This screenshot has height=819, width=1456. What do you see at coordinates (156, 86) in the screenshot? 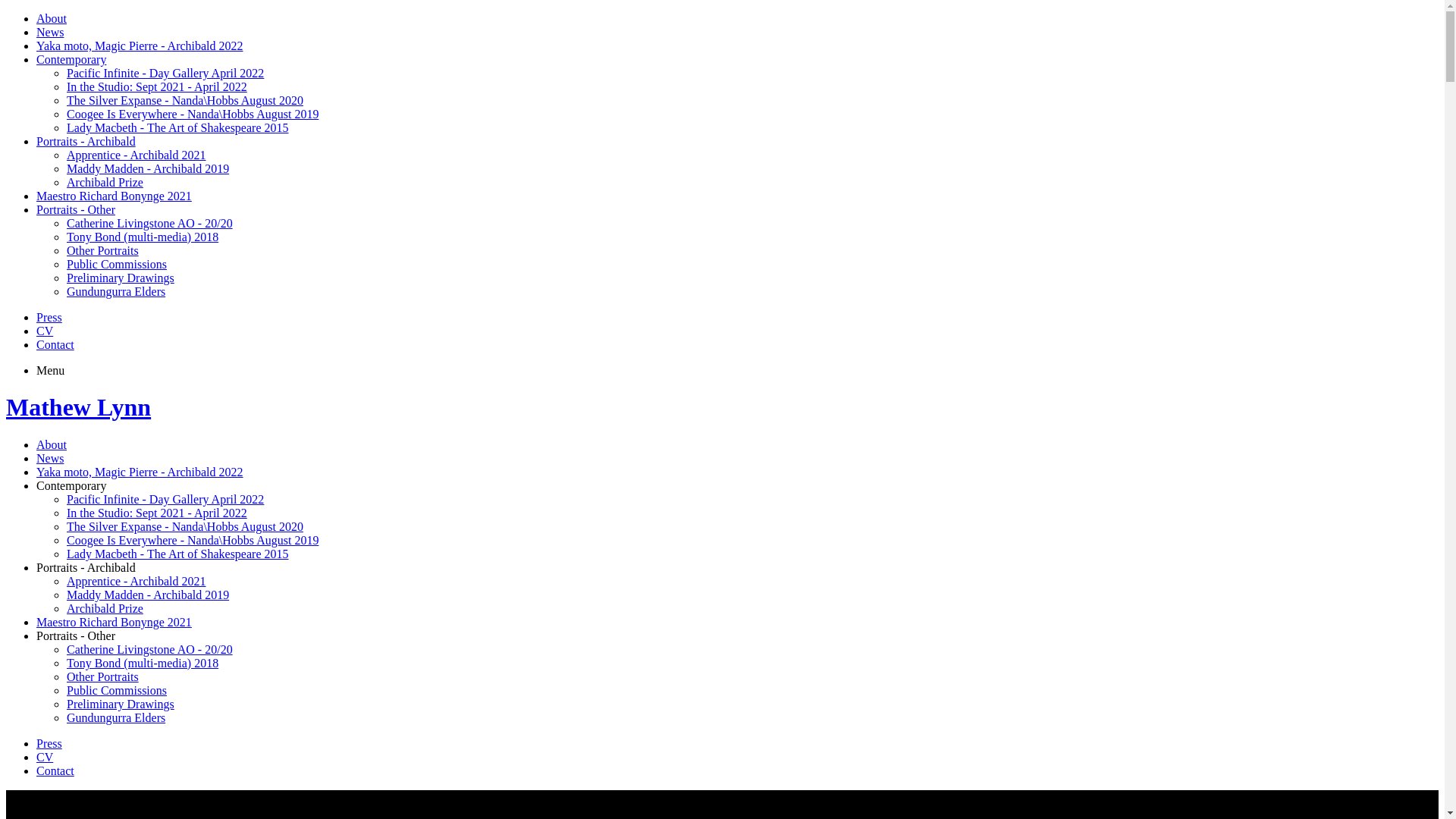
I see `'In the Studio: Sept 2021 - April 2022'` at bounding box center [156, 86].